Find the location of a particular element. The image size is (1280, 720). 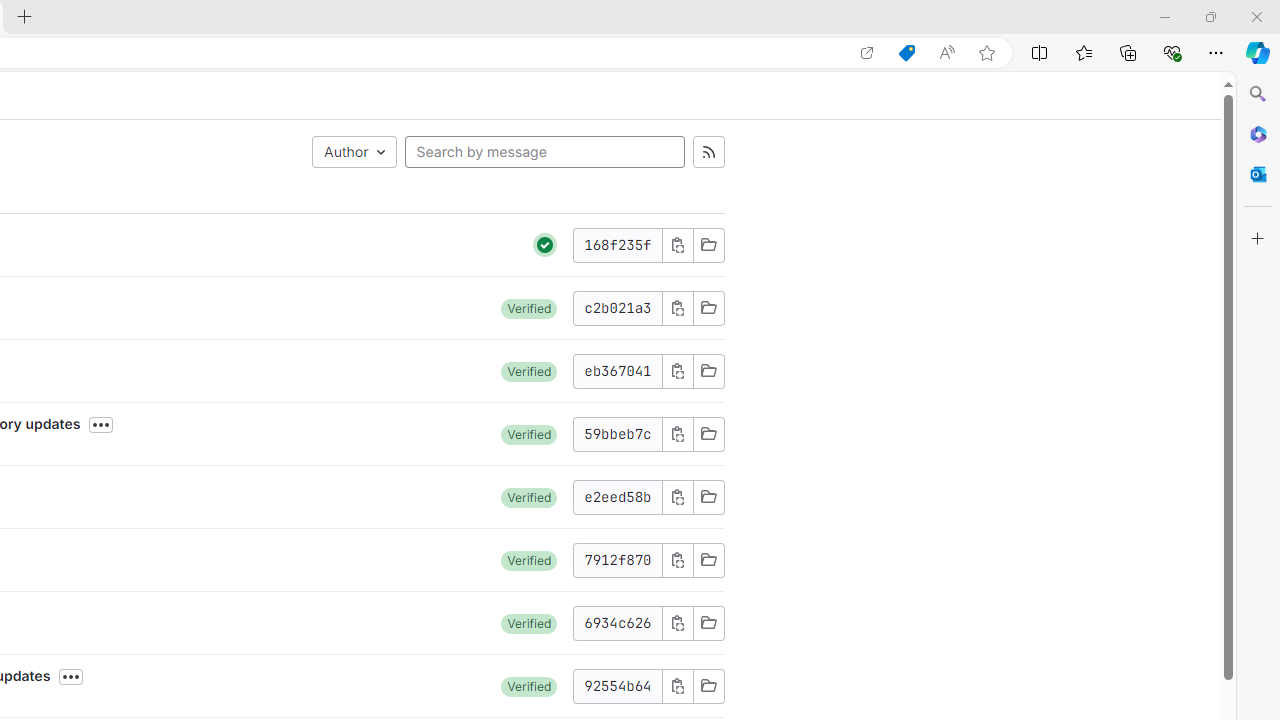

'Close Outlook pane' is located at coordinates (1257, 173).